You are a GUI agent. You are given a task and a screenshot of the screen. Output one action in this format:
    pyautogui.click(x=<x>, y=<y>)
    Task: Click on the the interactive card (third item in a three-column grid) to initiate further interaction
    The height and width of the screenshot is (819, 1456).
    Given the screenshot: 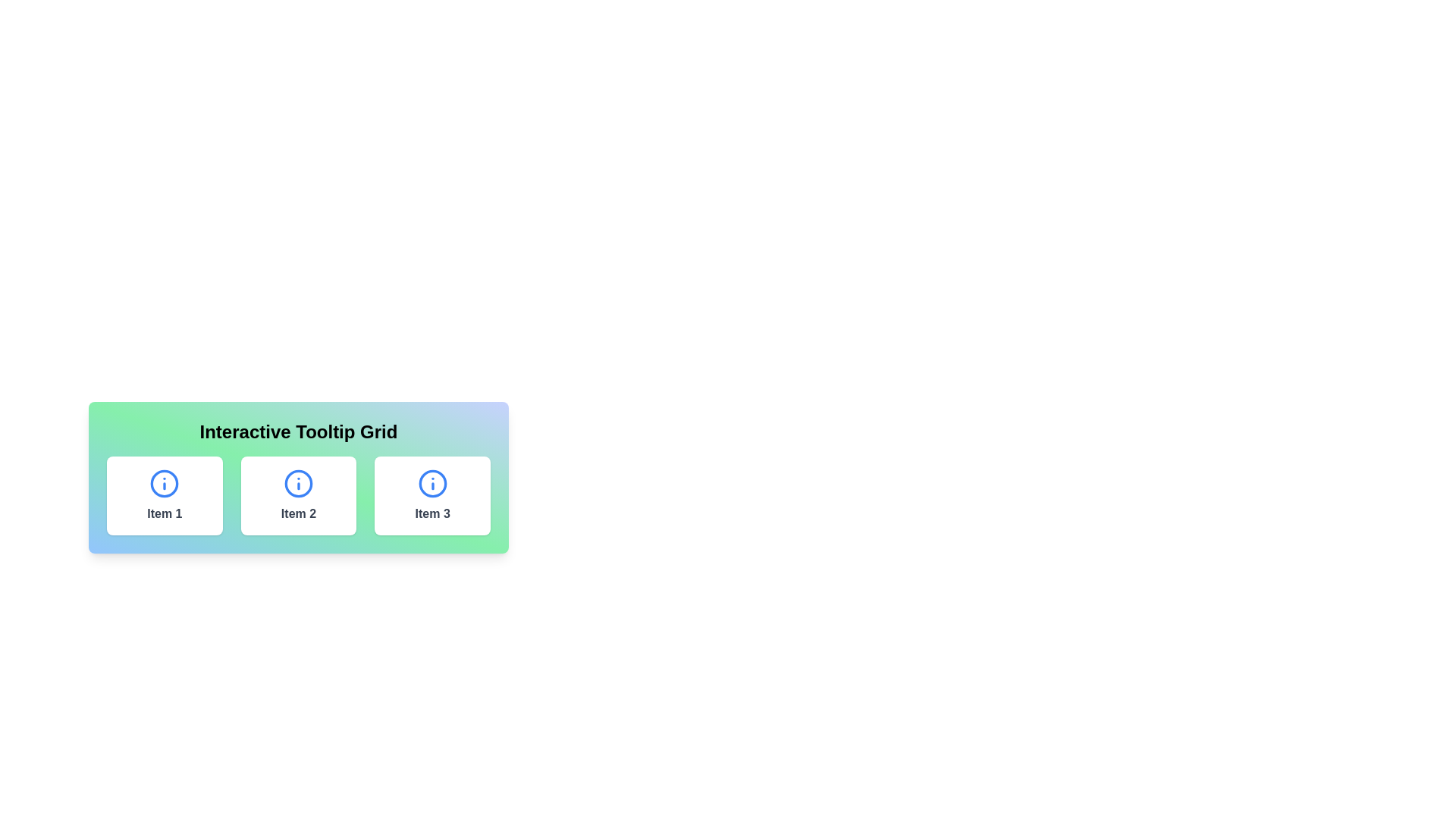 What is the action you would take?
    pyautogui.click(x=431, y=496)
    